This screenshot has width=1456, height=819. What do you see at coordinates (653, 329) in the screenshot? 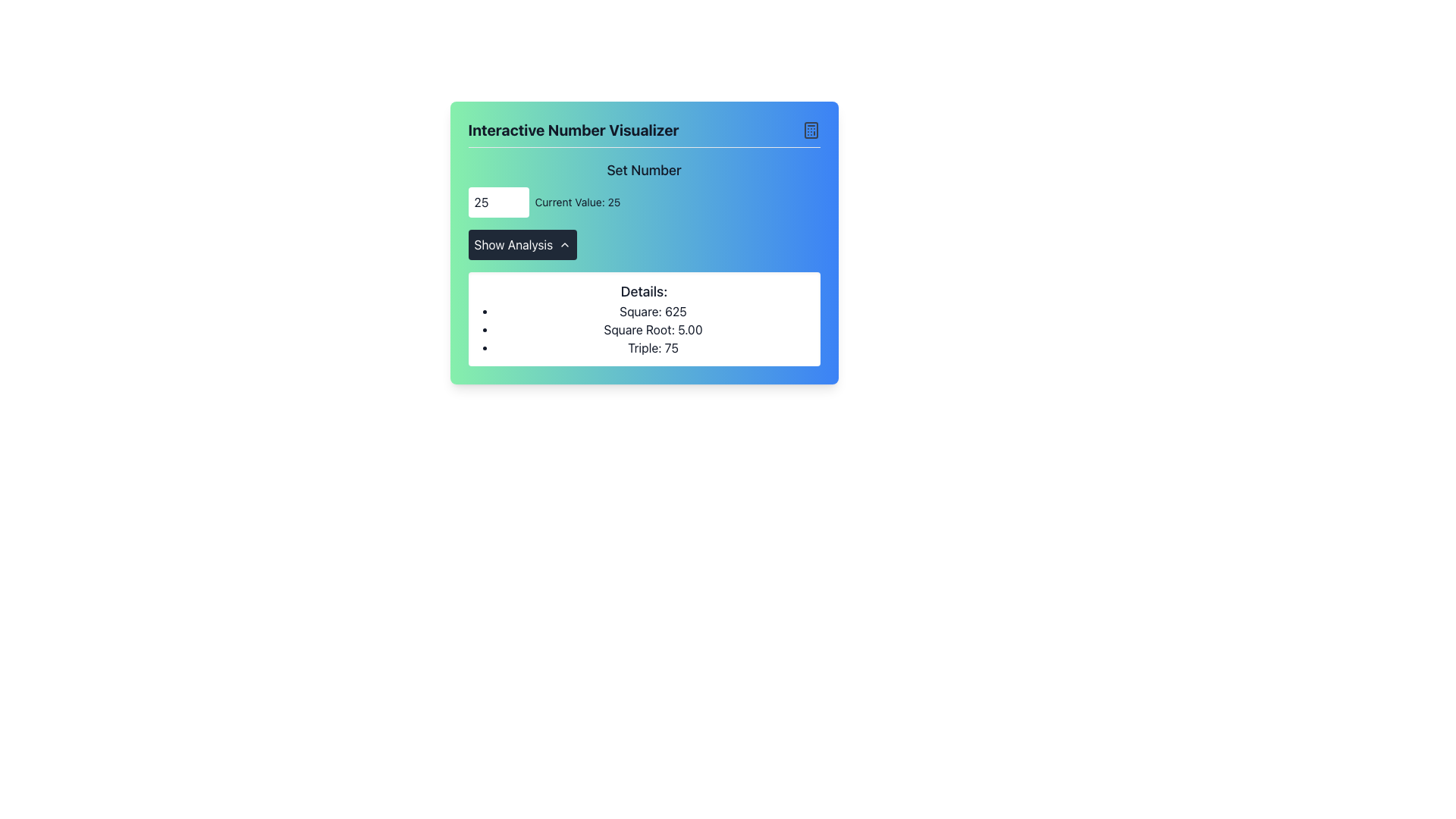
I see `the non-interactive Text Label that displays the square root of the given input, located under the title 'Details' in the white background panel` at bounding box center [653, 329].